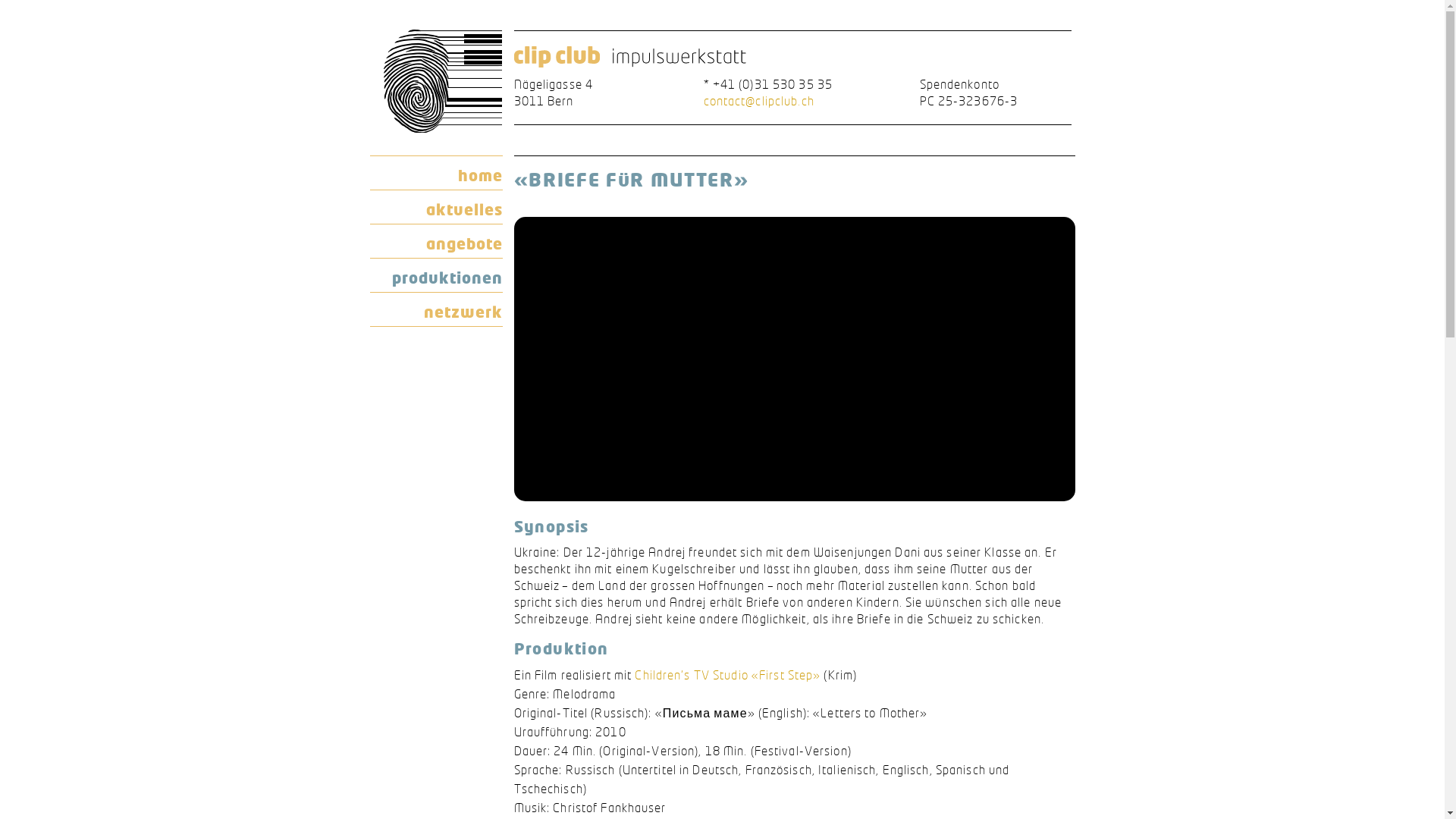  What do you see at coordinates (759, 100) in the screenshot?
I see `'contact@clipclub.ch'` at bounding box center [759, 100].